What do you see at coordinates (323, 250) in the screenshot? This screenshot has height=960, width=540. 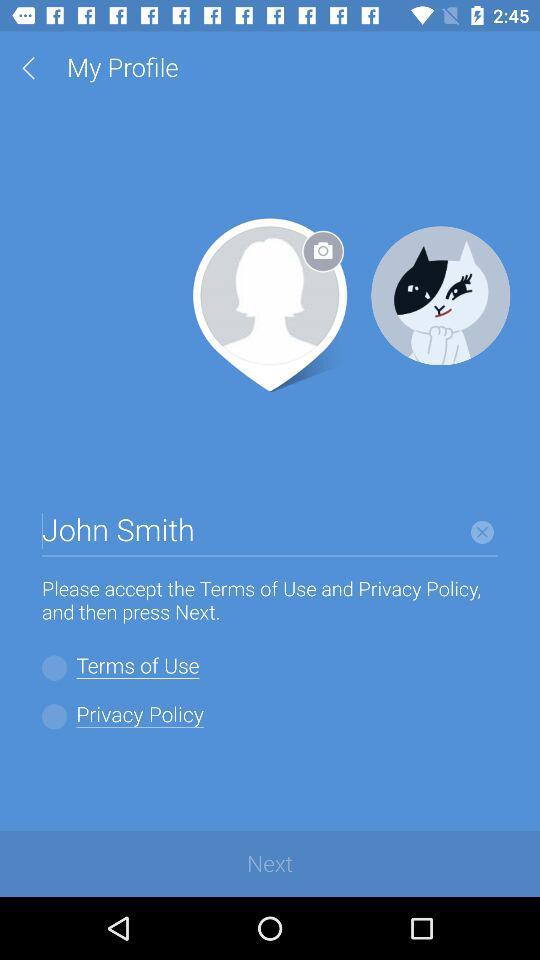 I see `the photo icon` at bounding box center [323, 250].